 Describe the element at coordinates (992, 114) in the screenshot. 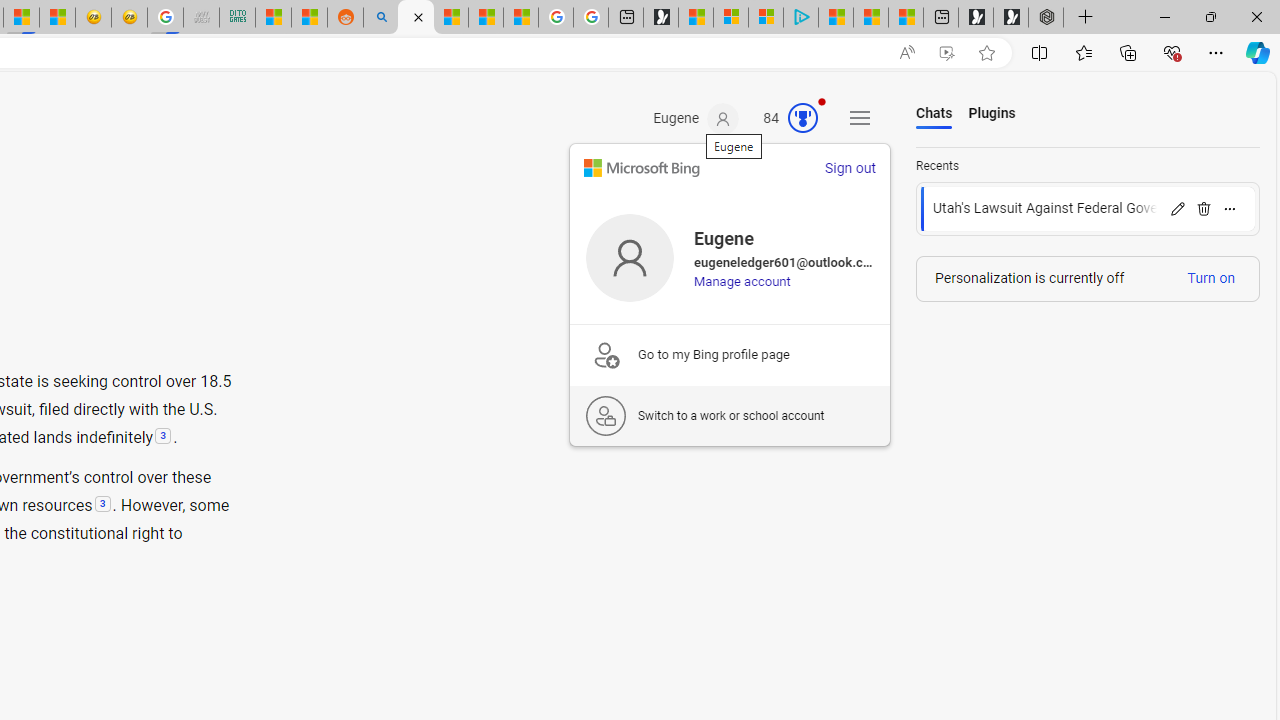

I see `'Plugins'` at that location.